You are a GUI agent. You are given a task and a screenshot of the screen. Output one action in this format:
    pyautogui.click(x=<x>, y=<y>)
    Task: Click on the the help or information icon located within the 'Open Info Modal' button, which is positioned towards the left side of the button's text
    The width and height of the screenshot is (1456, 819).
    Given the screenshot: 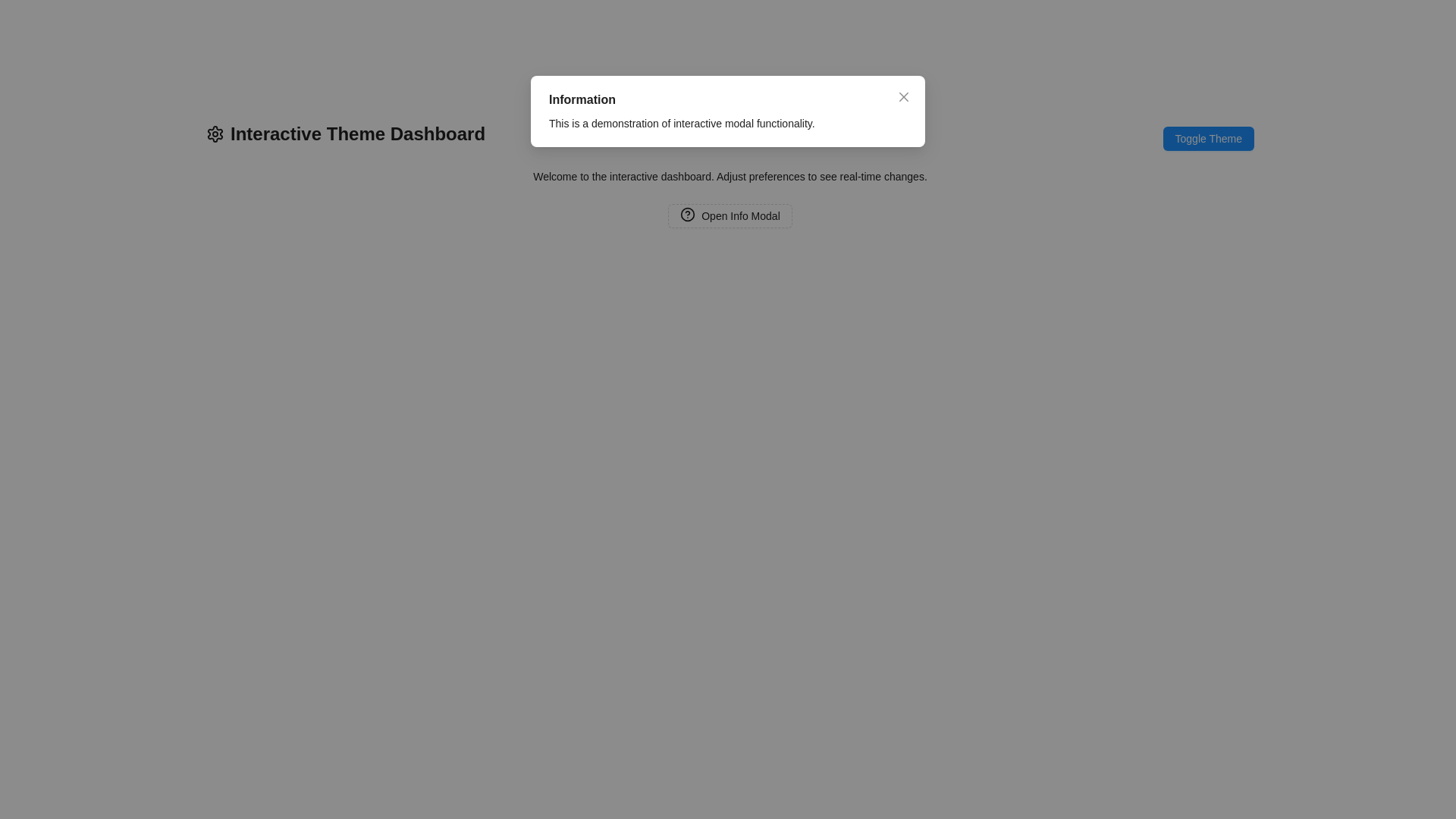 What is the action you would take?
    pyautogui.click(x=687, y=216)
    